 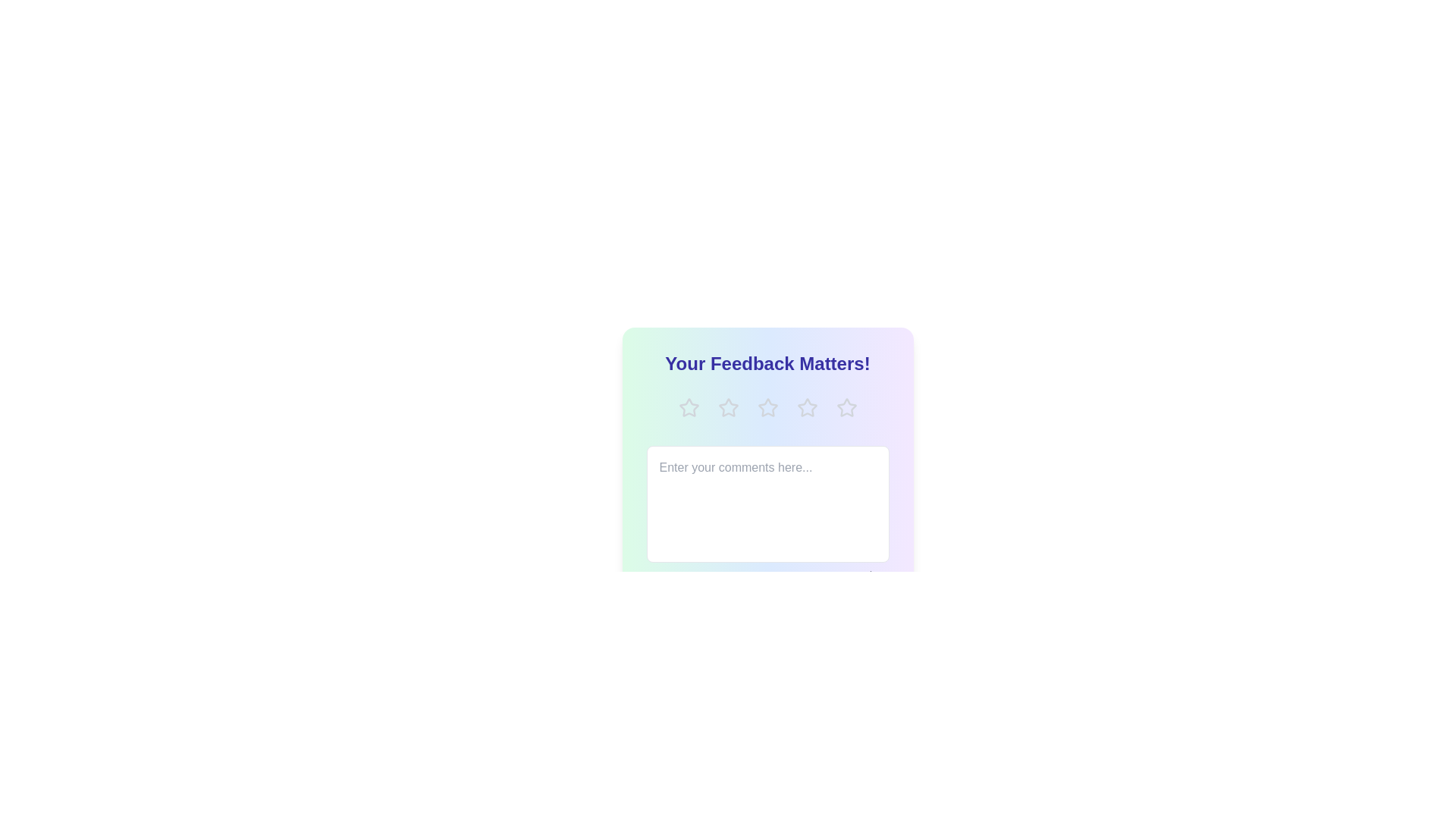 I want to click on the rating to 5 stars by clicking on the corresponding star, so click(x=846, y=406).